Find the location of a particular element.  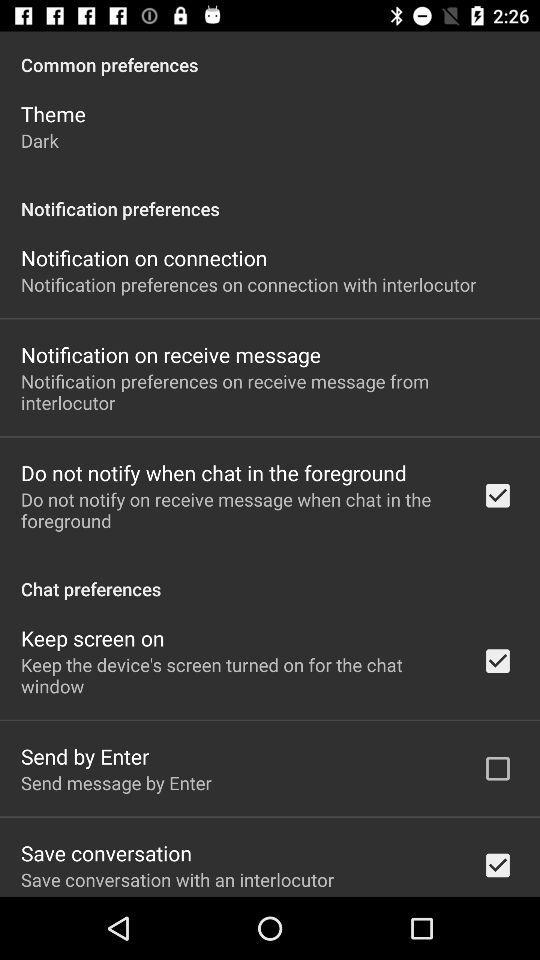

the icon above send by enter is located at coordinates (238, 675).